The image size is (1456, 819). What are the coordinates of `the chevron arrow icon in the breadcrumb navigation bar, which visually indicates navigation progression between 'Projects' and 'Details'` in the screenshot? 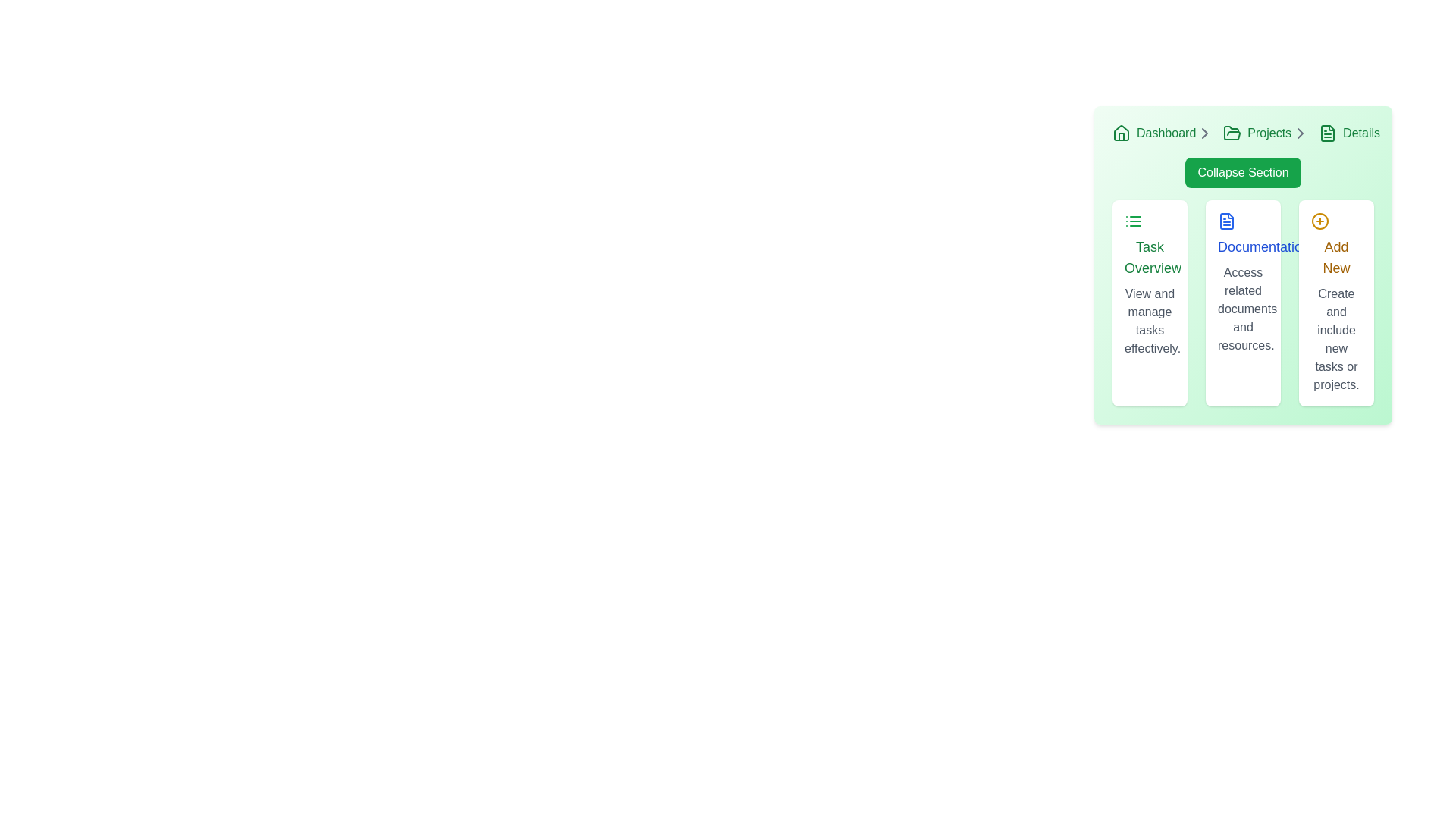 It's located at (1300, 133).